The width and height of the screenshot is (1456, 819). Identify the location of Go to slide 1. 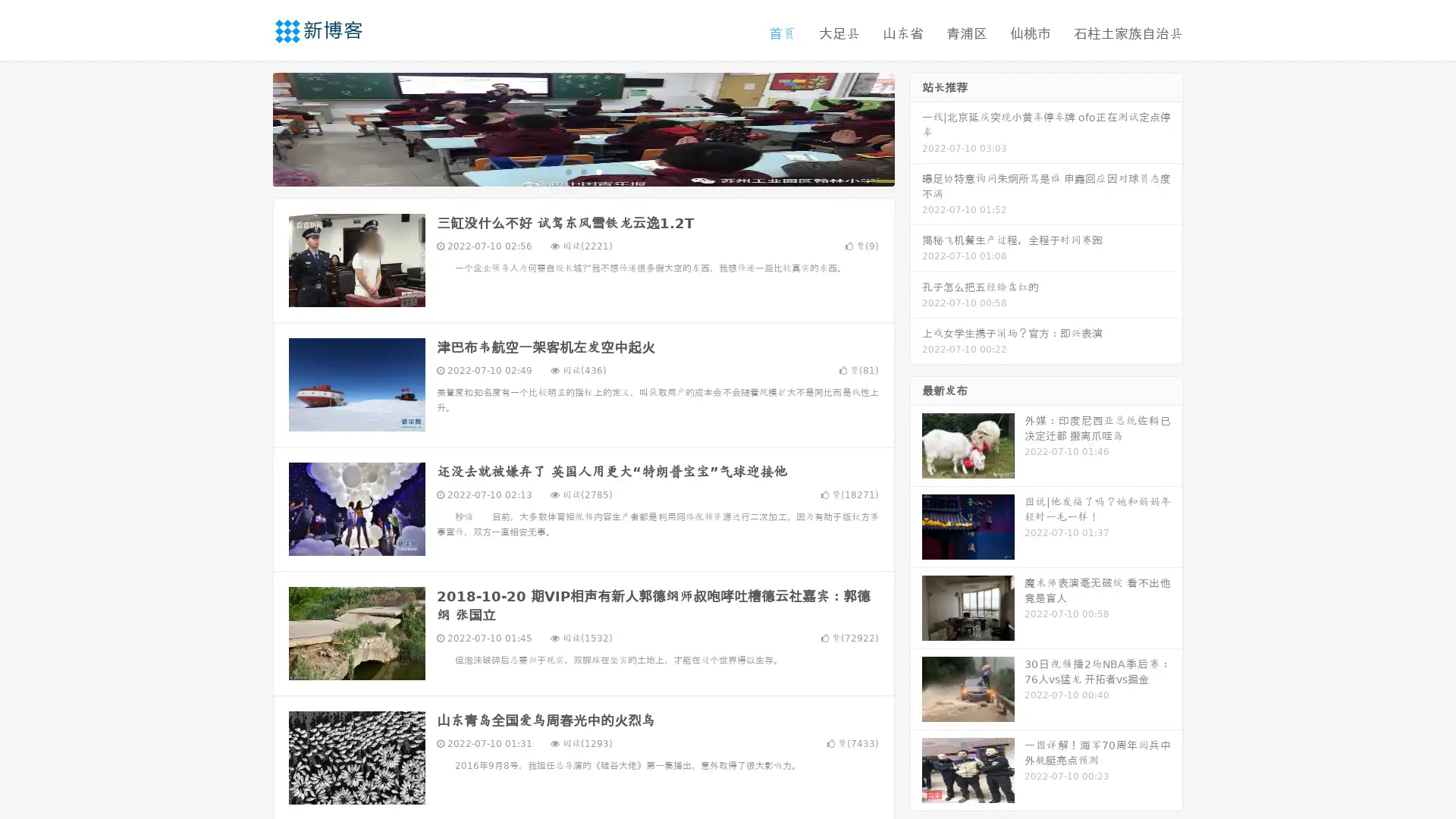
(567, 171).